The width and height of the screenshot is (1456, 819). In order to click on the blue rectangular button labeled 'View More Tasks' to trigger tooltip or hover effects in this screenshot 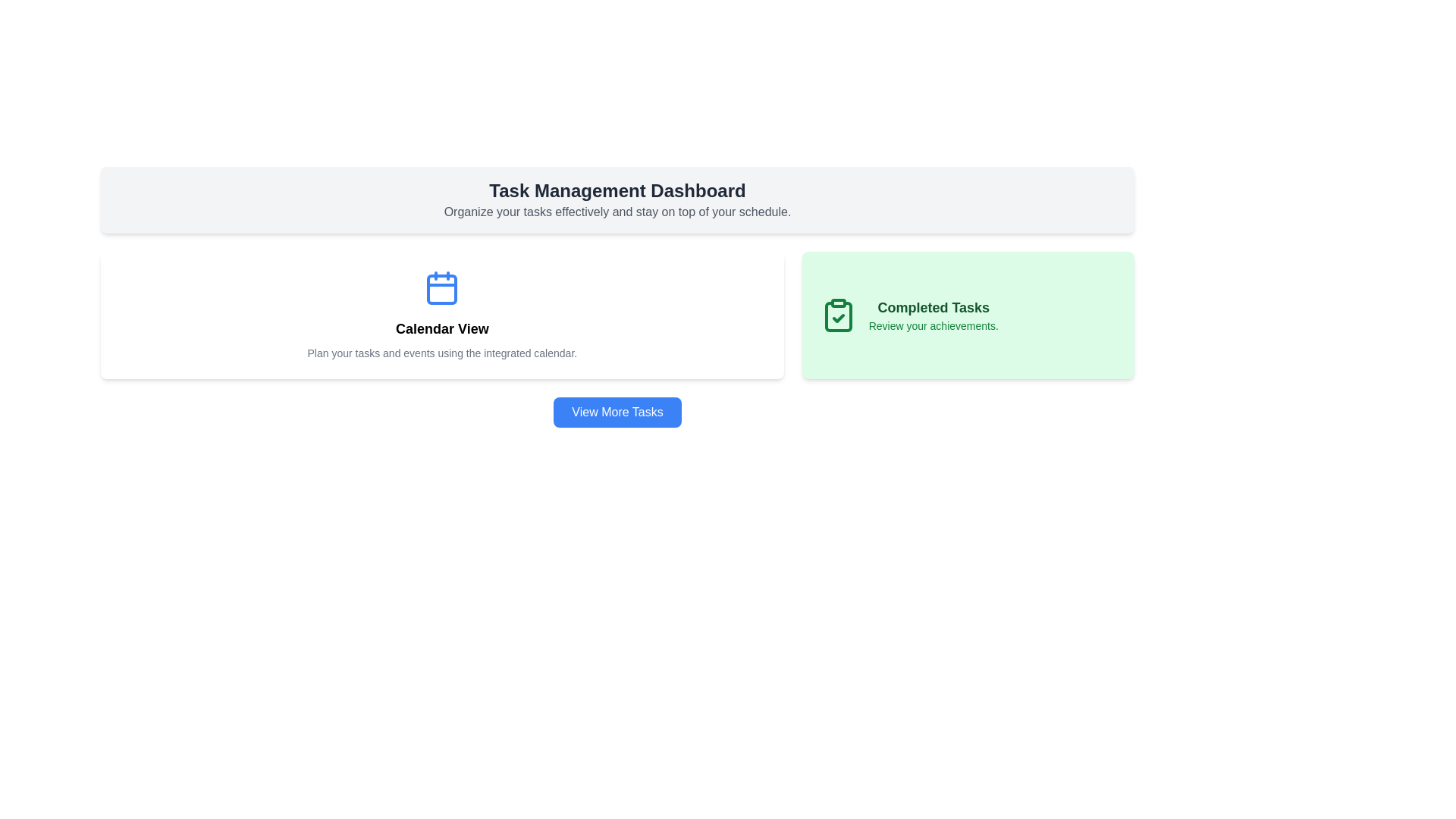, I will do `click(617, 412)`.